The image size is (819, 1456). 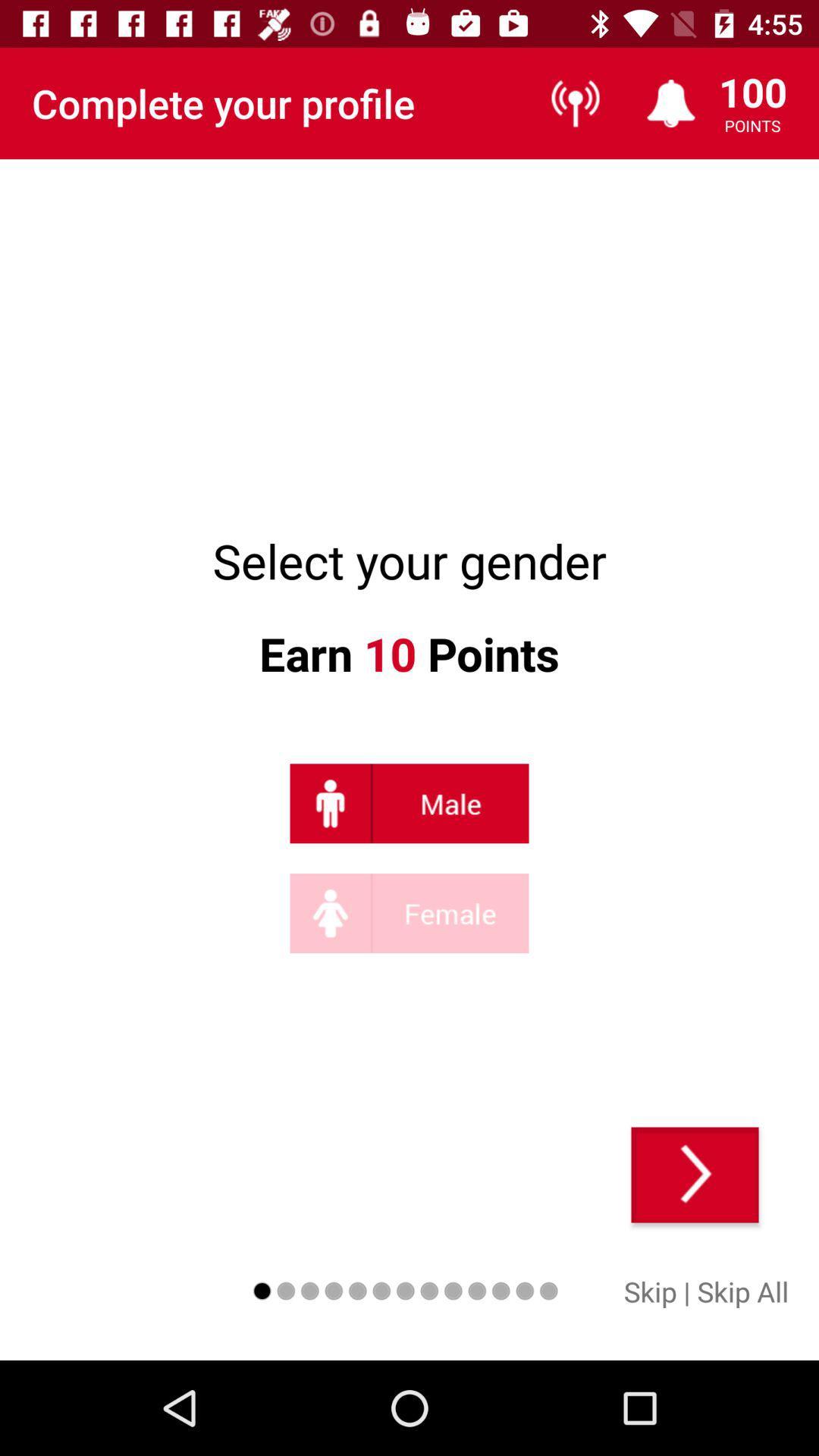 I want to click on eu sou um homem, so click(x=409, y=802).